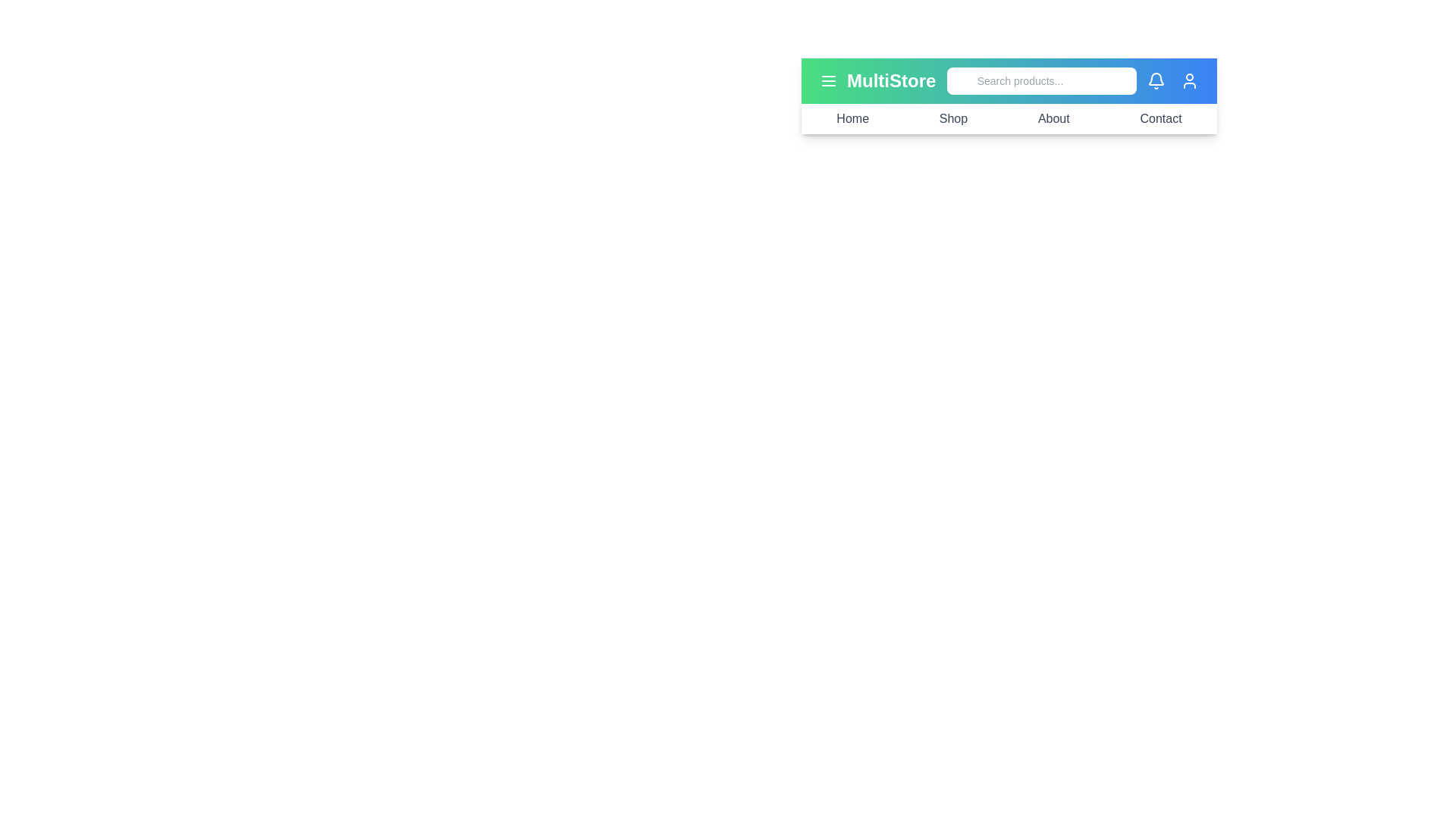  What do you see at coordinates (828, 81) in the screenshot?
I see `the menu icon to toggle the menu's visibility` at bounding box center [828, 81].